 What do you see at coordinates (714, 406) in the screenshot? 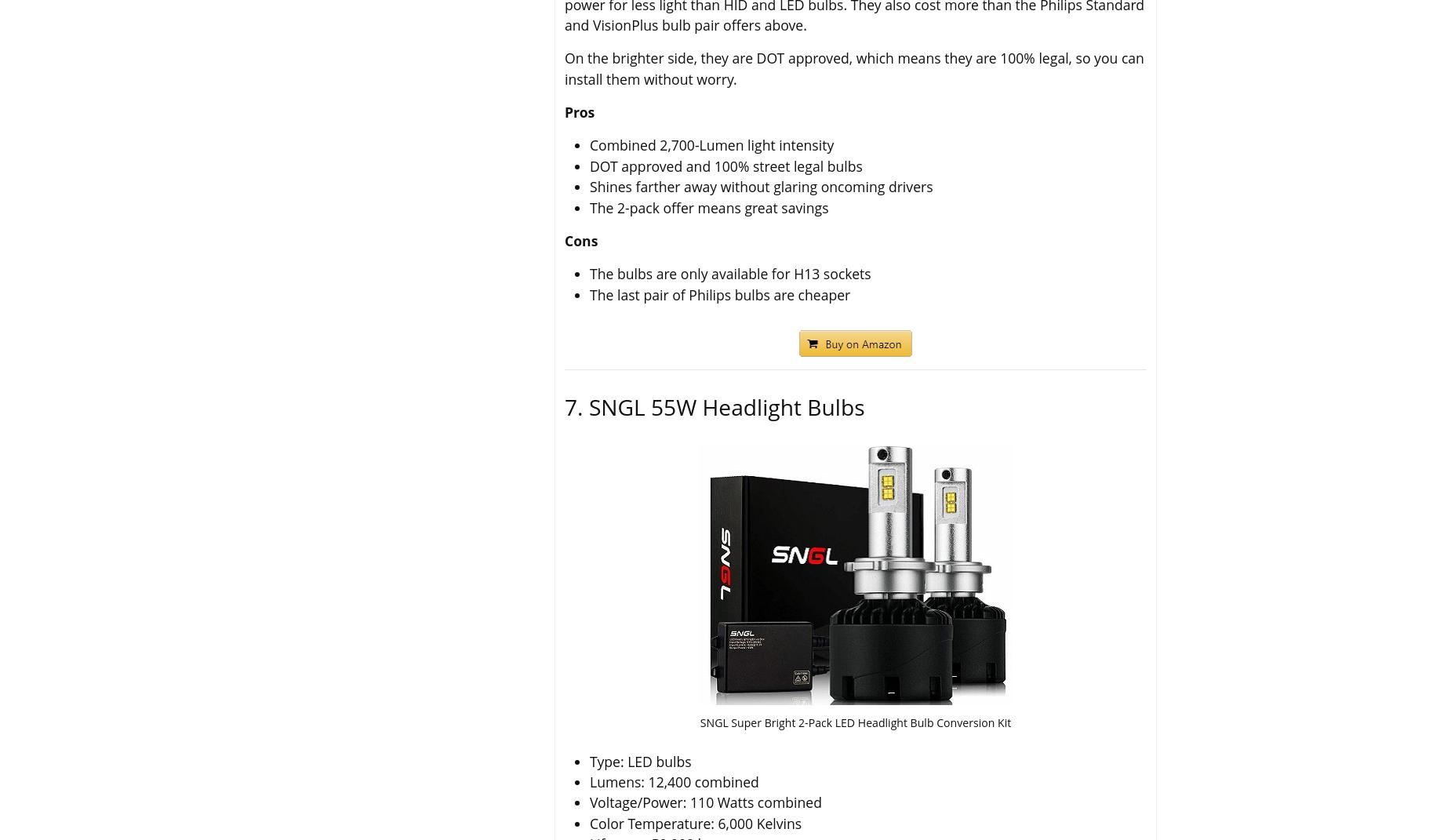
I see `'7. SNGL 55W Headlight Bulbs'` at bounding box center [714, 406].